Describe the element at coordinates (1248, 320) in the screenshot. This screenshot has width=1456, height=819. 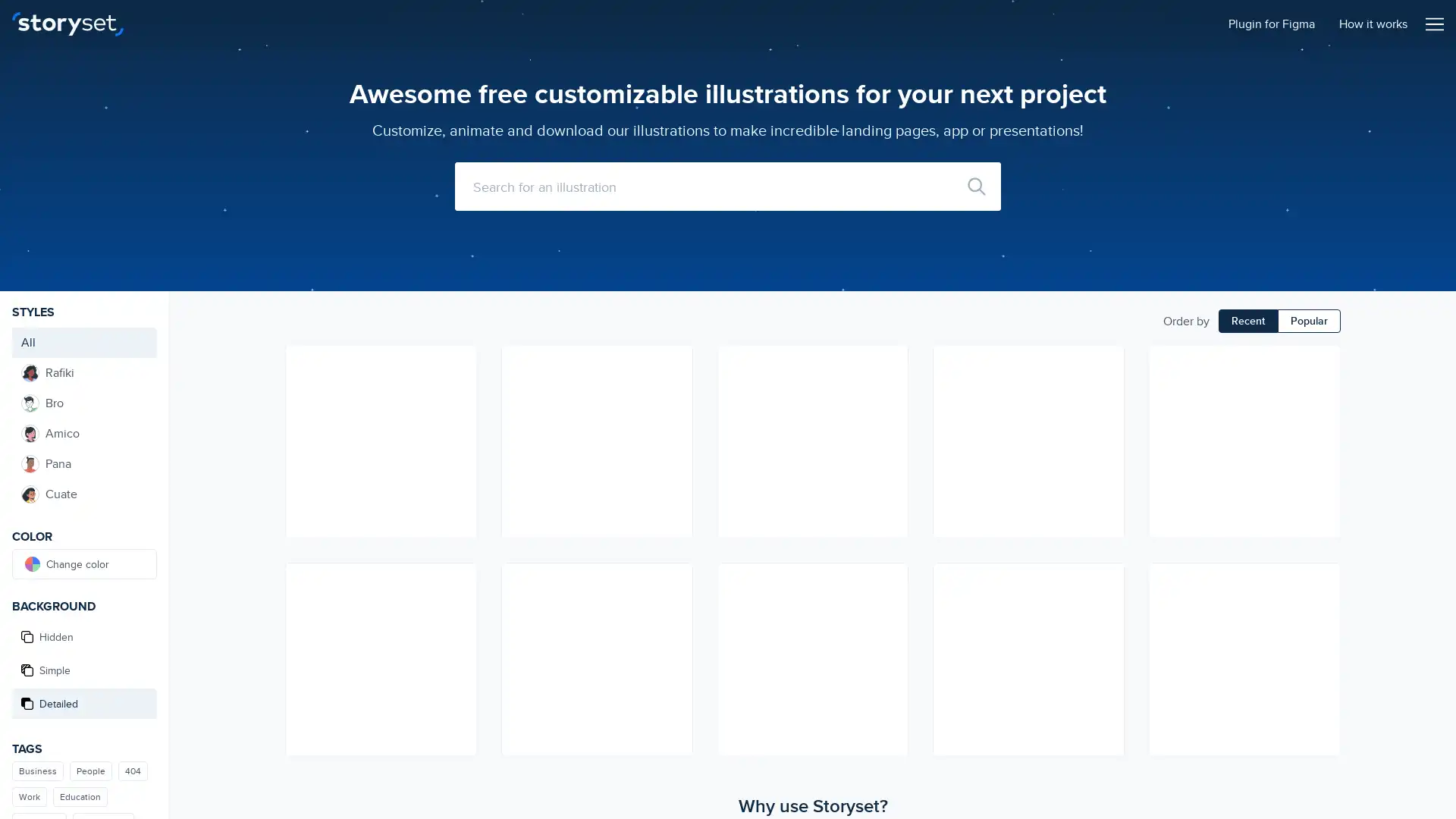
I see `Recent` at that location.